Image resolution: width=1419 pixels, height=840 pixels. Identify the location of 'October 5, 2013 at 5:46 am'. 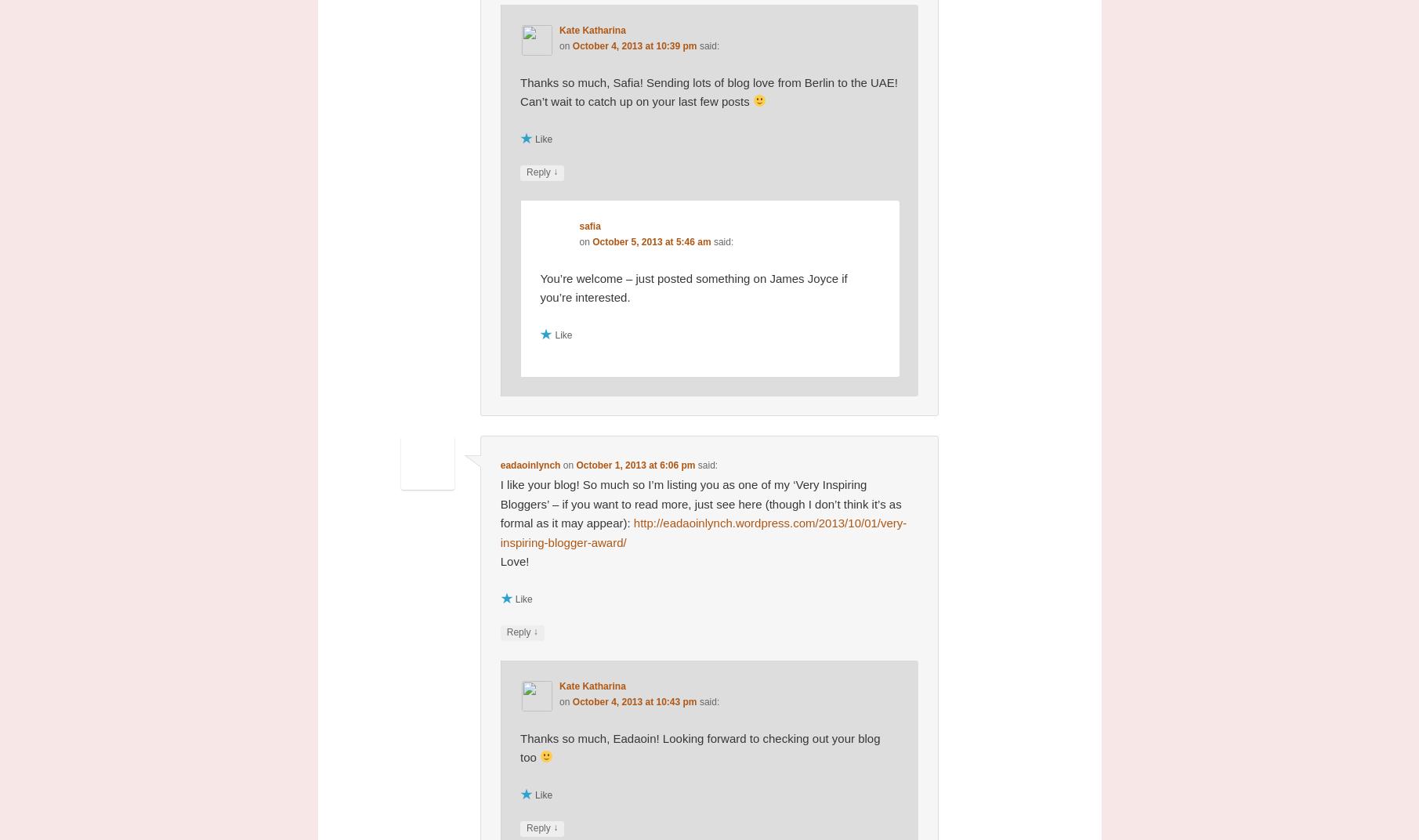
(591, 240).